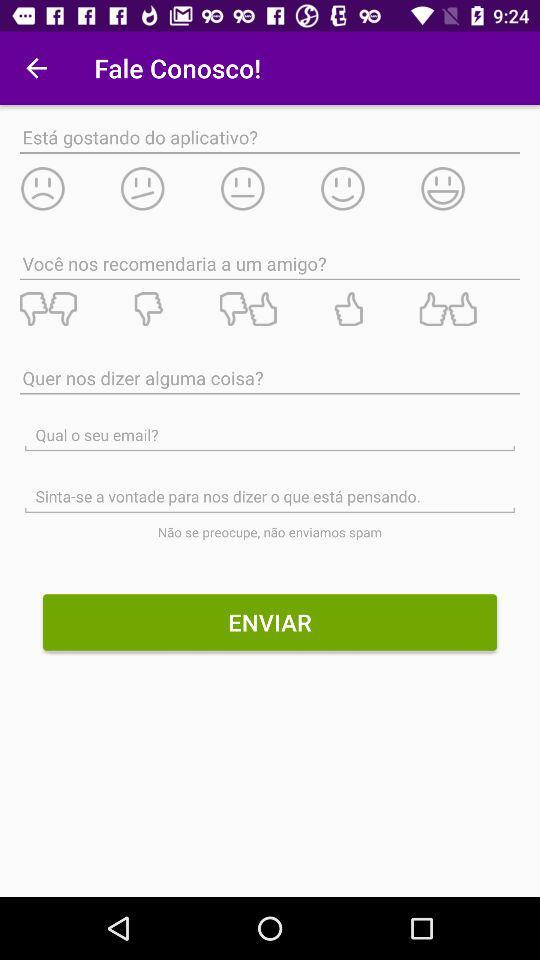  I want to click on enable auto play, so click(368, 188).